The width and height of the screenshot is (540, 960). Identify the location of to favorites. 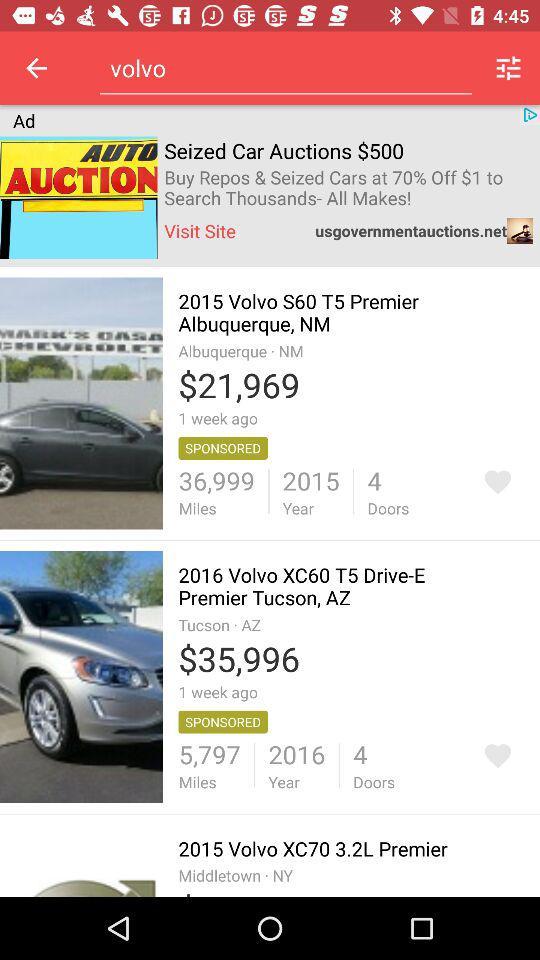
(496, 481).